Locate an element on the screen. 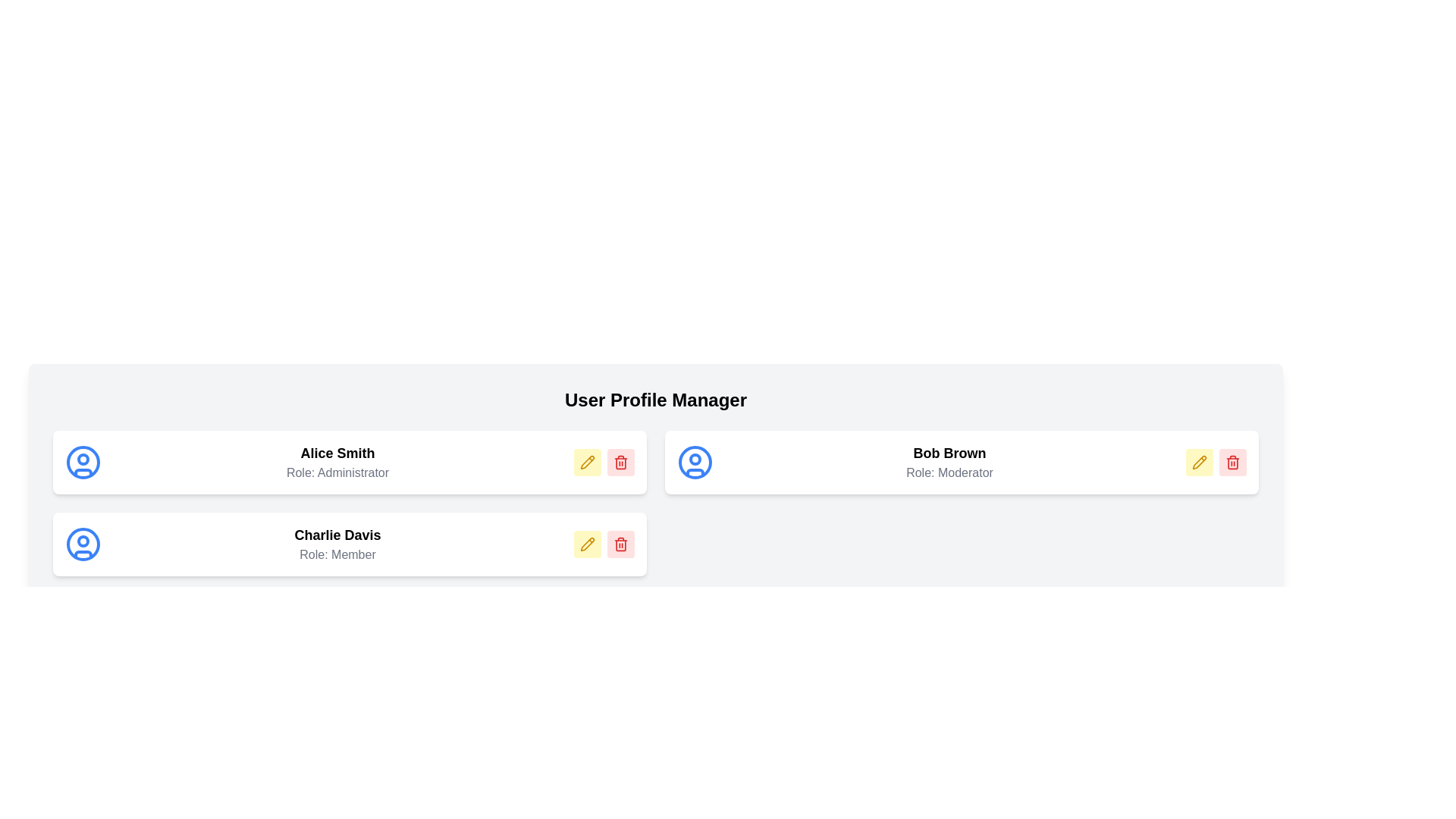 Image resolution: width=1456 pixels, height=819 pixels. the pencil icon button, which represents an editing tool, located on the right side of the user 'Charlie Davis' details to initiate editing is located at coordinates (586, 543).